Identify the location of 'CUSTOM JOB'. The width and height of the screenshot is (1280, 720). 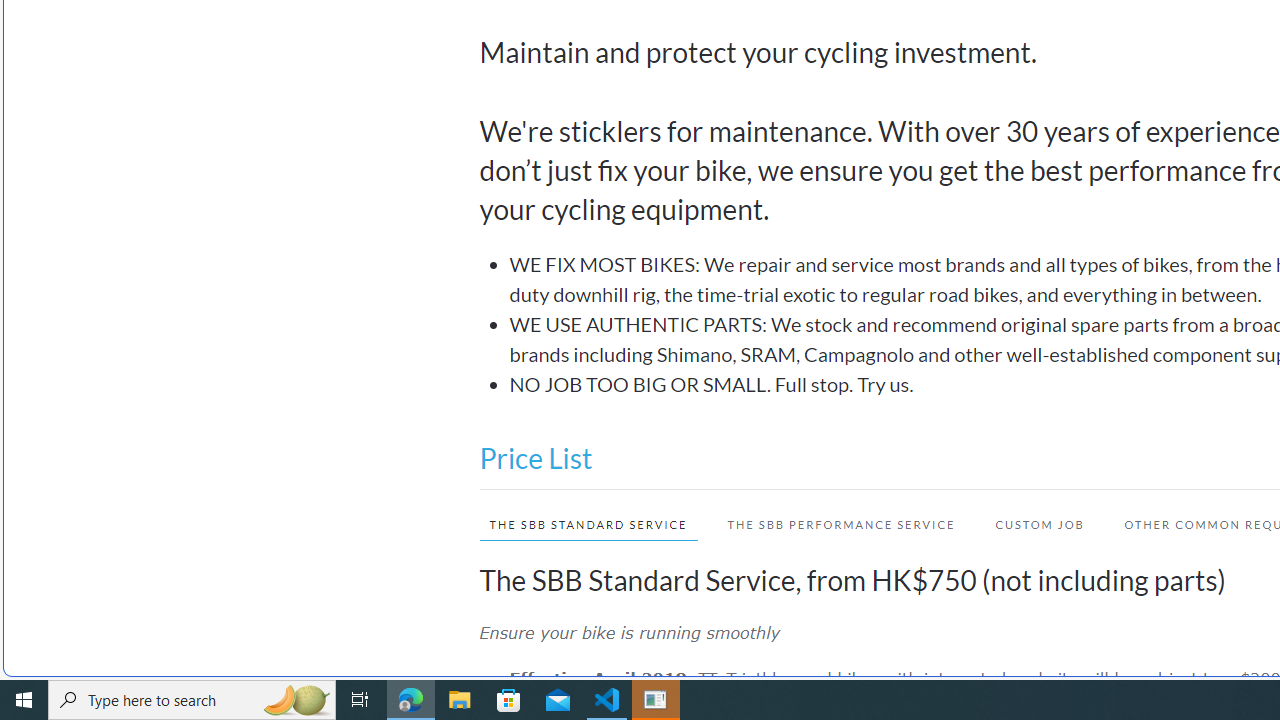
(1029, 523).